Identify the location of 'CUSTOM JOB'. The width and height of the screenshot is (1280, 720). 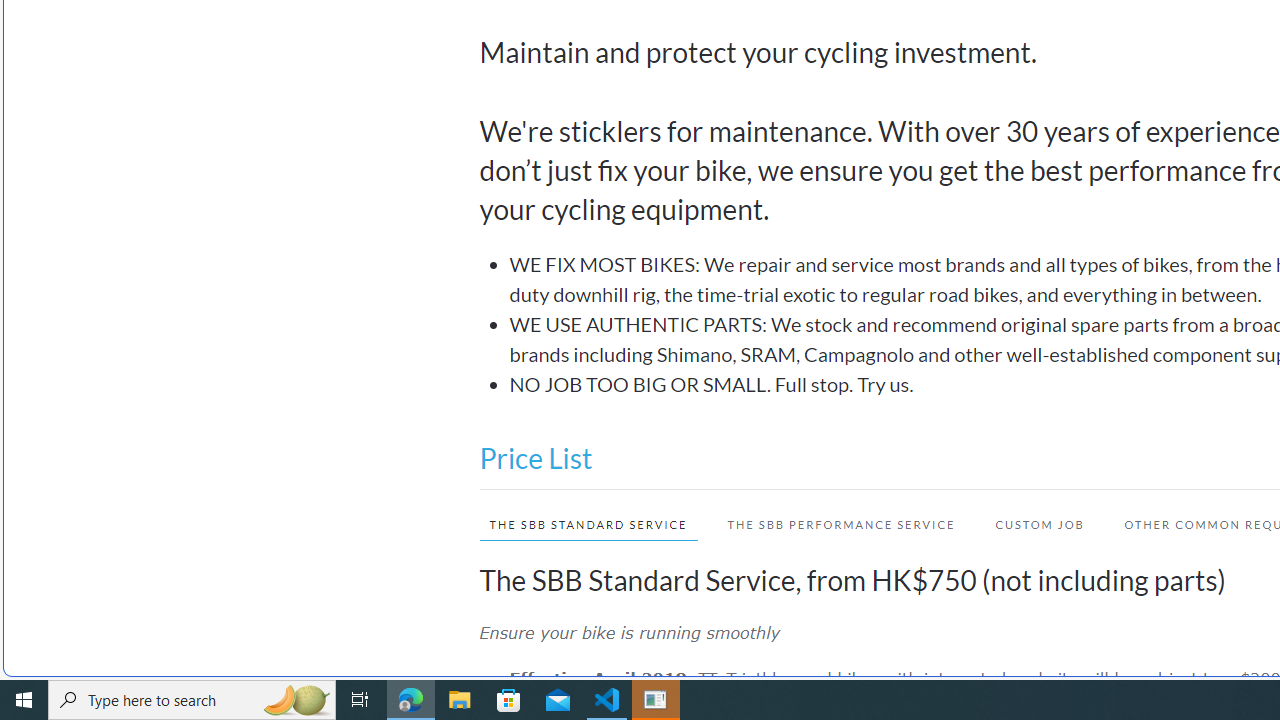
(1029, 523).